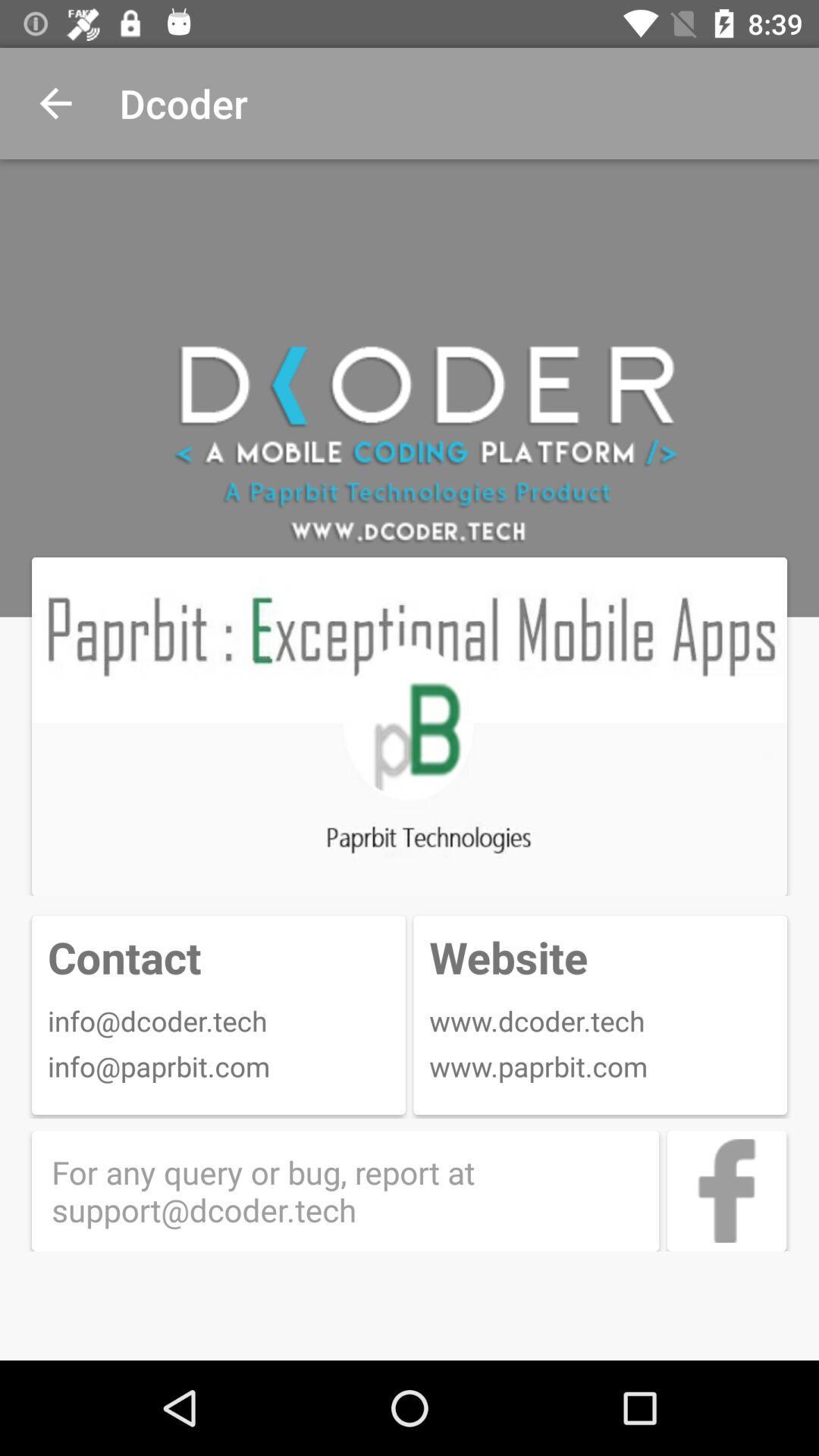 This screenshot has height=1456, width=819. Describe the element at coordinates (726, 1190) in the screenshot. I see `d oder 's facebook page` at that location.